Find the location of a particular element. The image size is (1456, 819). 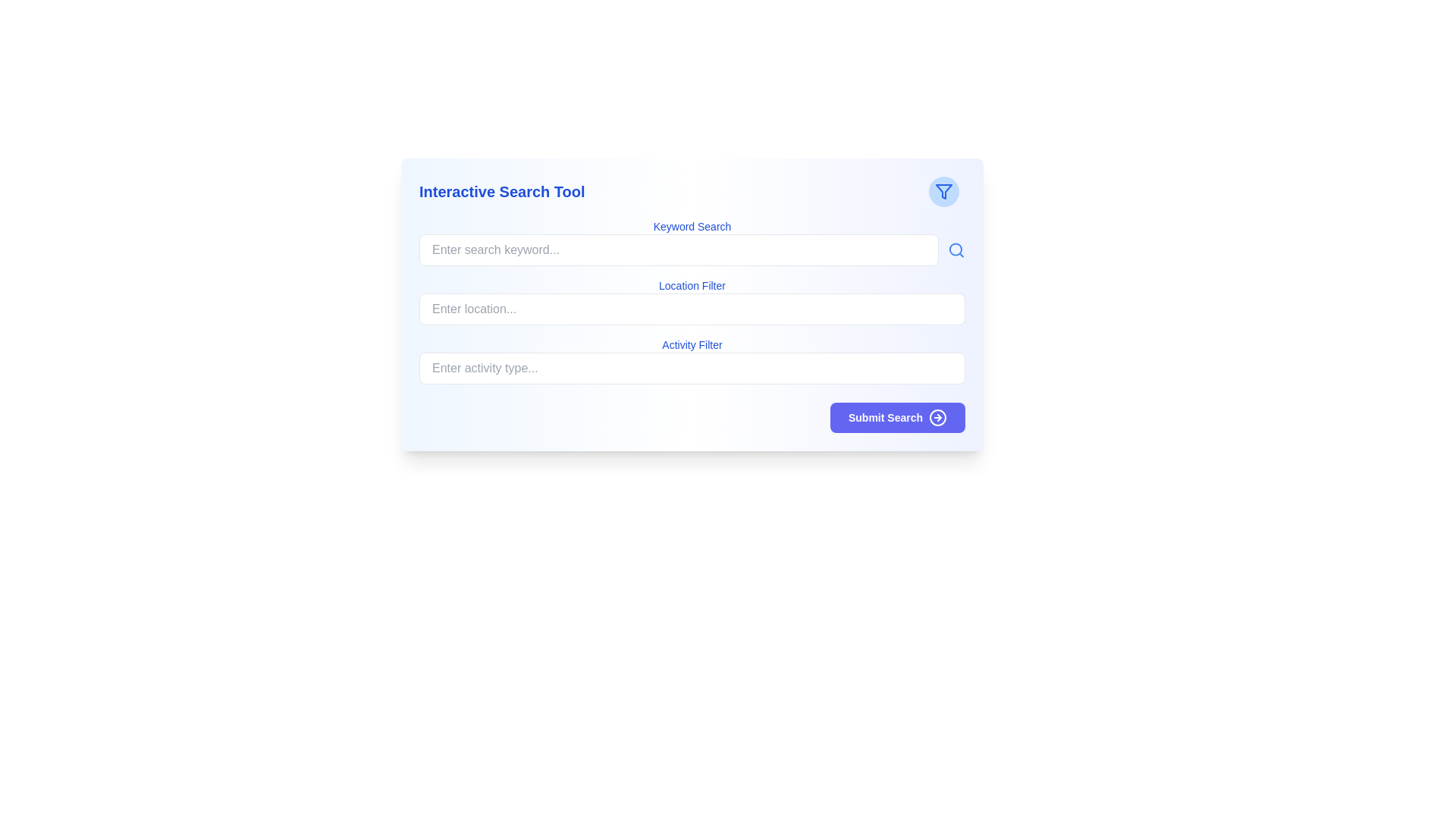

the 'Submit Search' button located in the lower right corner of the search filters card, which has a blue background and white text is located at coordinates (898, 418).